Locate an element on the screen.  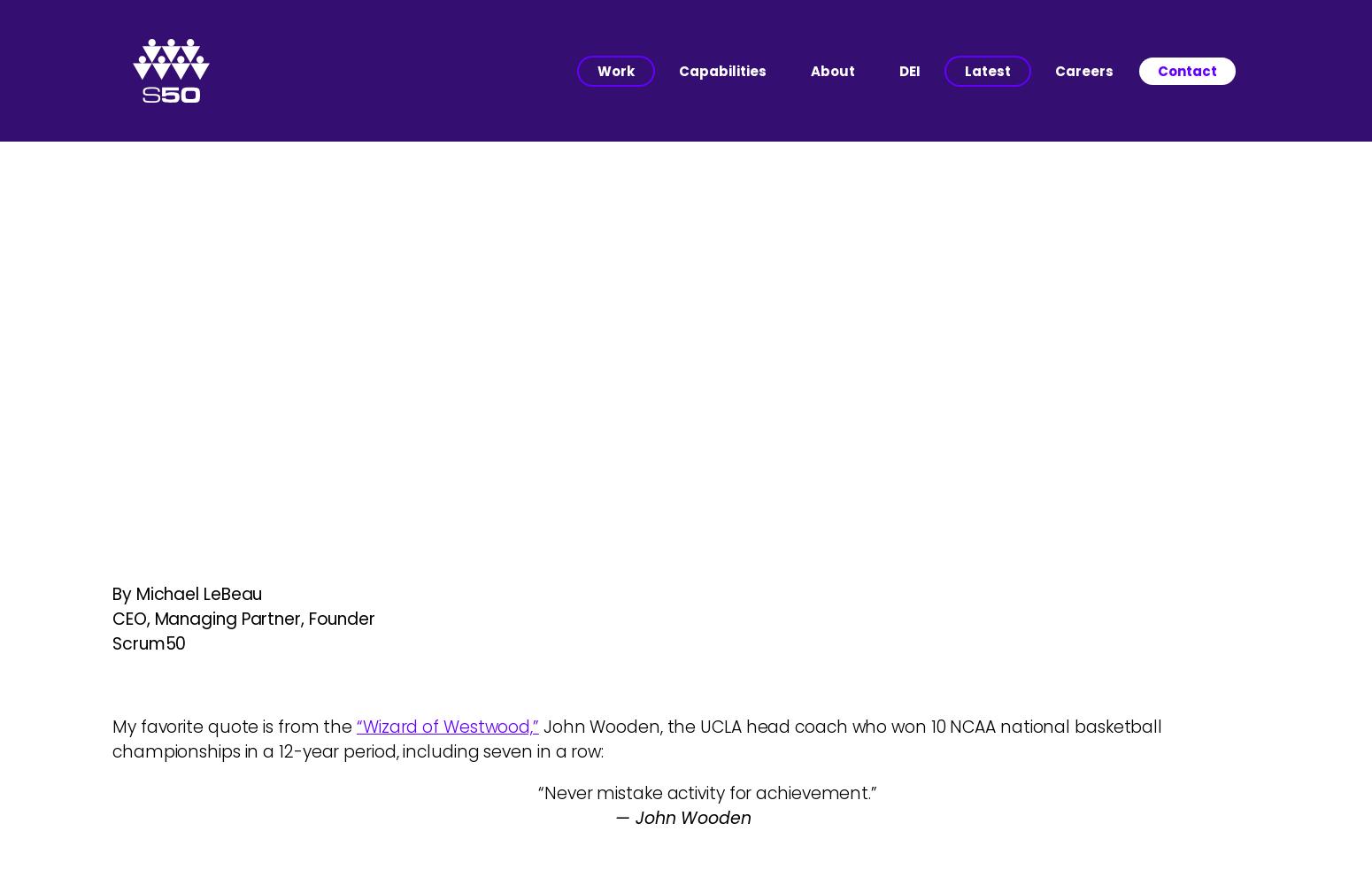
'Working Smarter Is Better Than Working Harder' is located at coordinates (685, 328).